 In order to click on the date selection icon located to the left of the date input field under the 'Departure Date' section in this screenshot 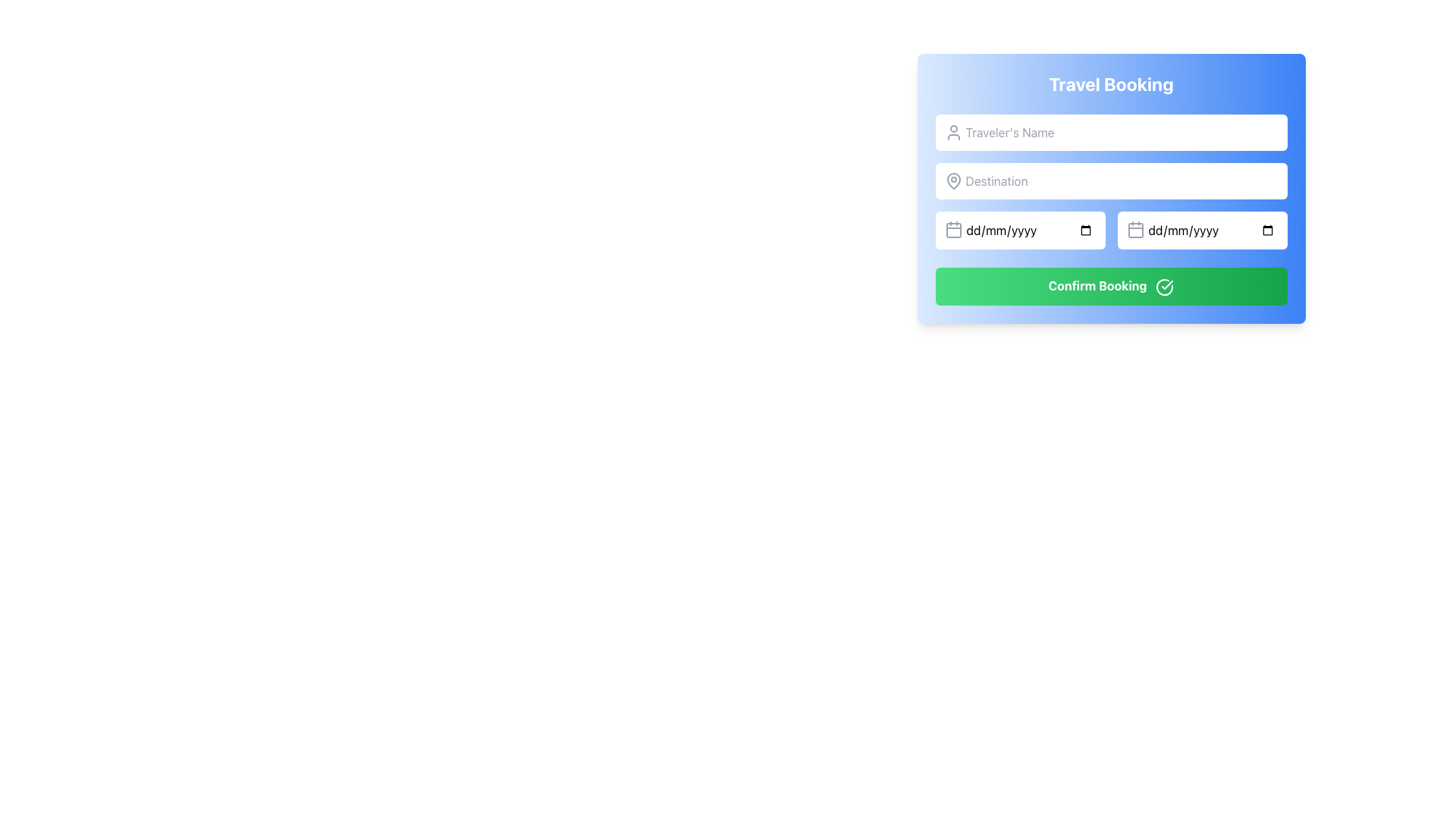, I will do `click(952, 230)`.